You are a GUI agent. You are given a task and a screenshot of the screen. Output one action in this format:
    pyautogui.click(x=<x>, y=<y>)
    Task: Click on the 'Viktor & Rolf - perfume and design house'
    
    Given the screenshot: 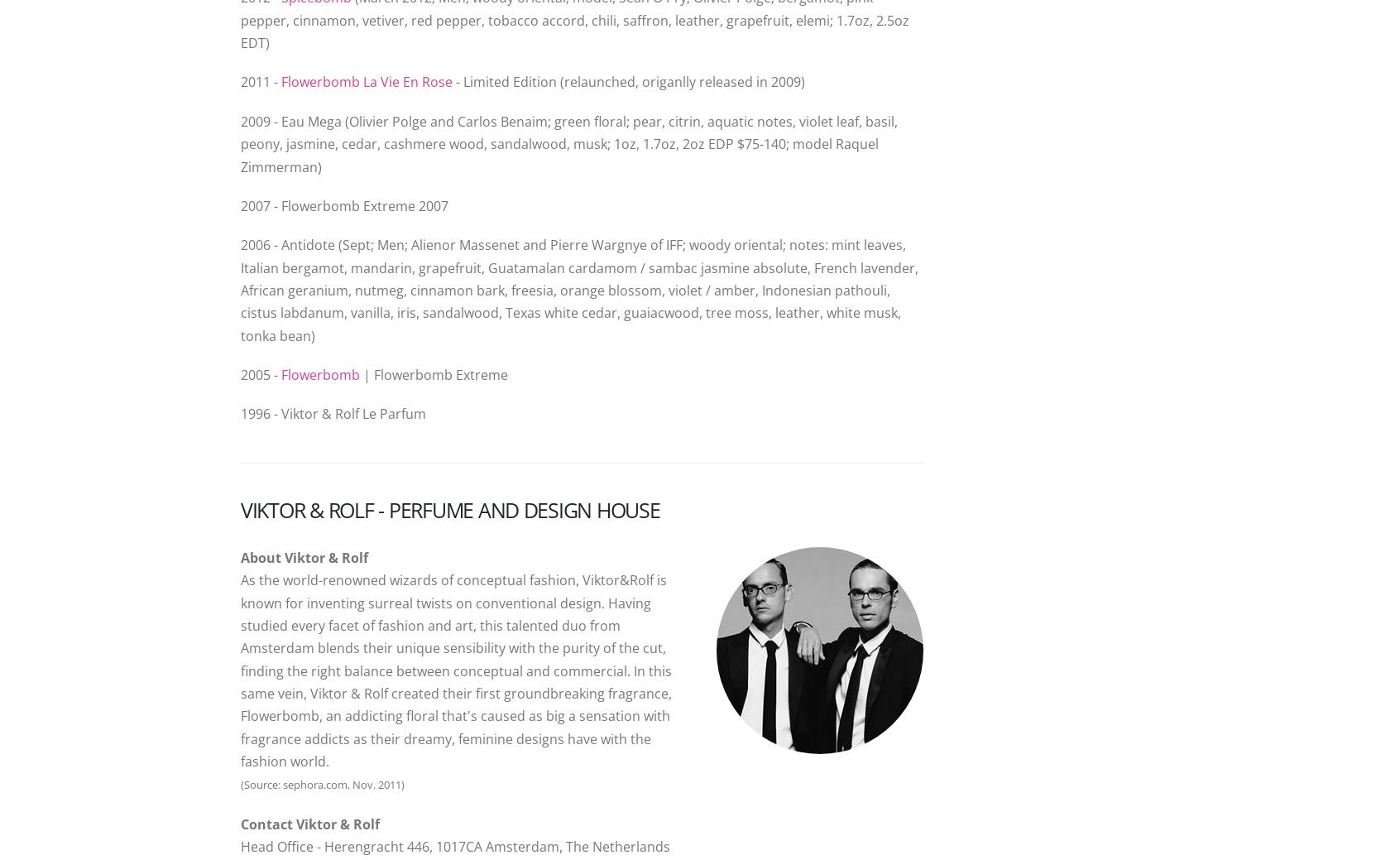 What is the action you would take?
    pyautogui.click(x=449, y=508)
    